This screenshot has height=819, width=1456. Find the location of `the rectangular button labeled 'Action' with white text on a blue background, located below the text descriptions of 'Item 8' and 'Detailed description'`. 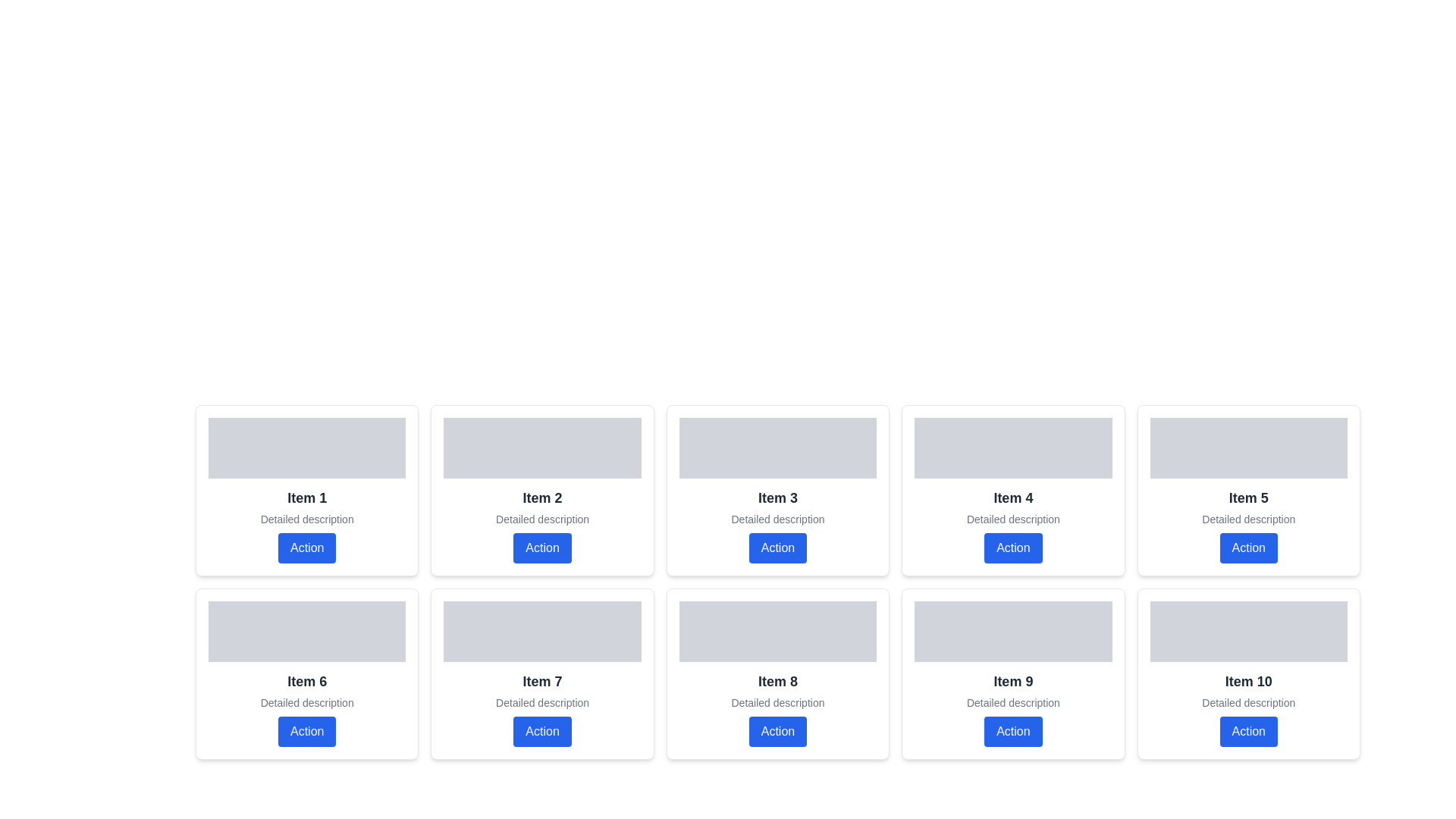

the rectangular button labeled 'Action' with white text on a blue background, located below the text descriptions of 'Item 8' and 'Detailed description' is located at coordinates (778, 730).